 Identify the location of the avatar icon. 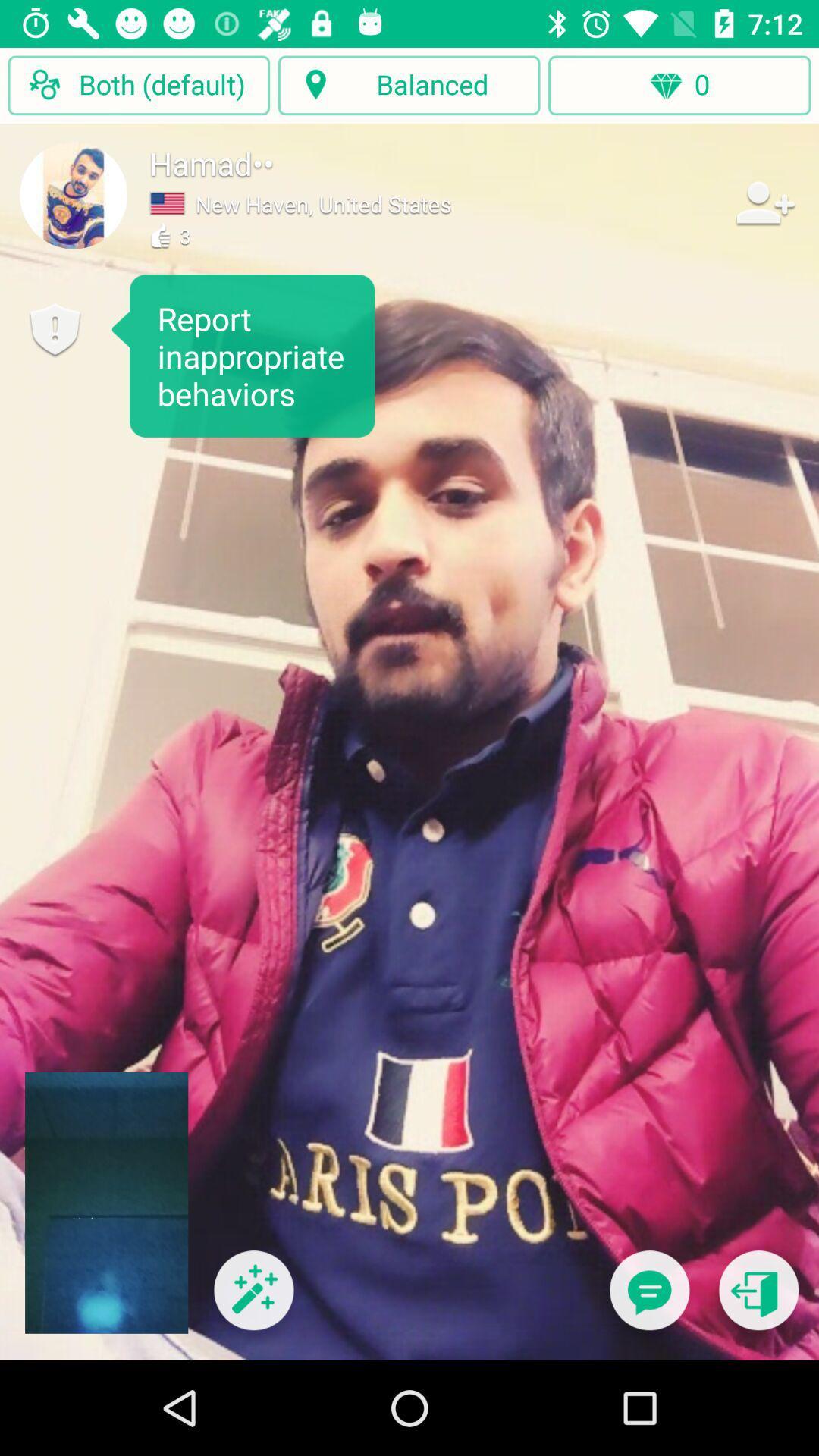
(74, 194).